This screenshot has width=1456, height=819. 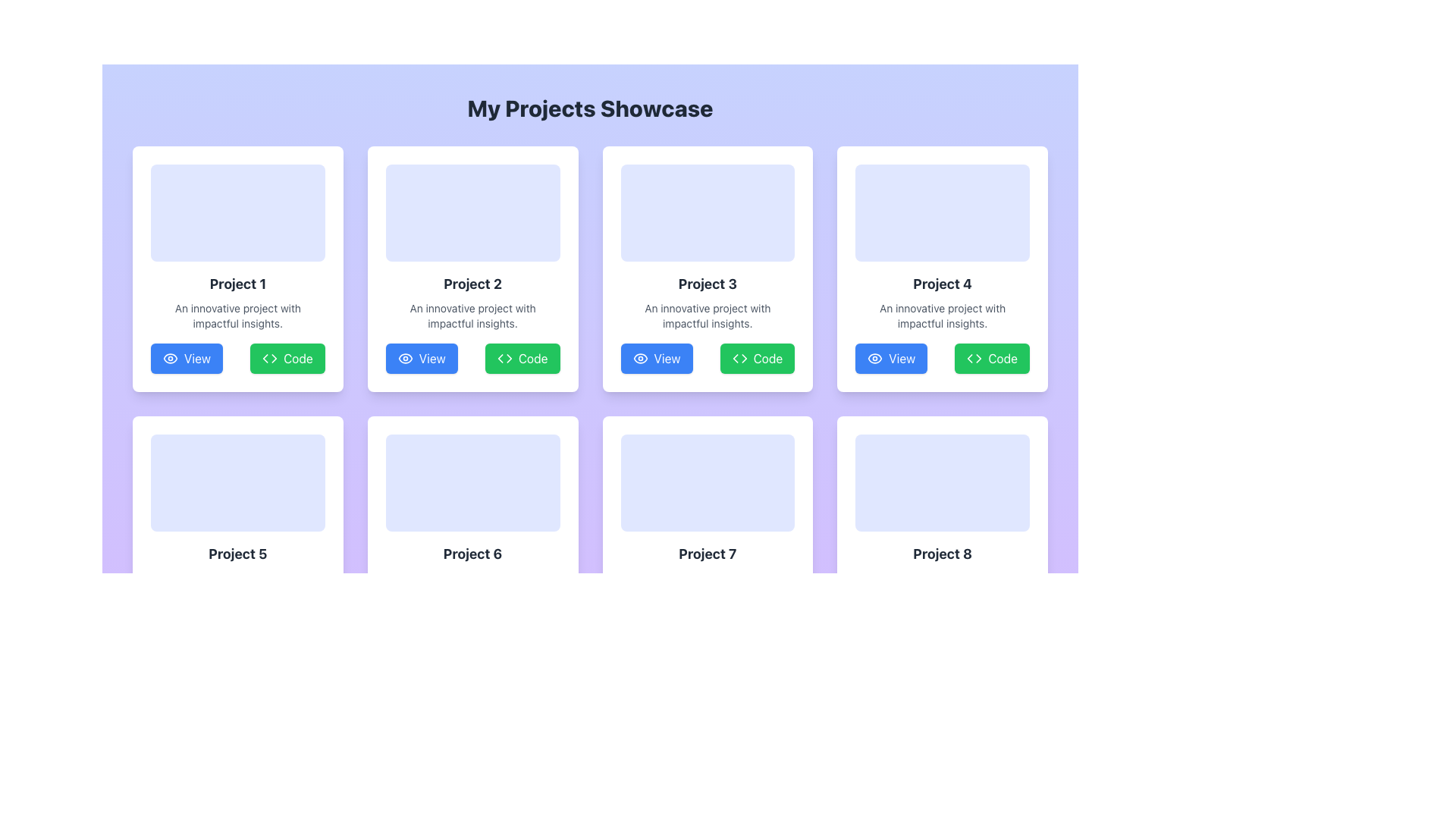 I want to click on the 'Code' button located on the right side of the composite UI component within the bottom section of the 'Project 1' card, so click(x=237, y=359).